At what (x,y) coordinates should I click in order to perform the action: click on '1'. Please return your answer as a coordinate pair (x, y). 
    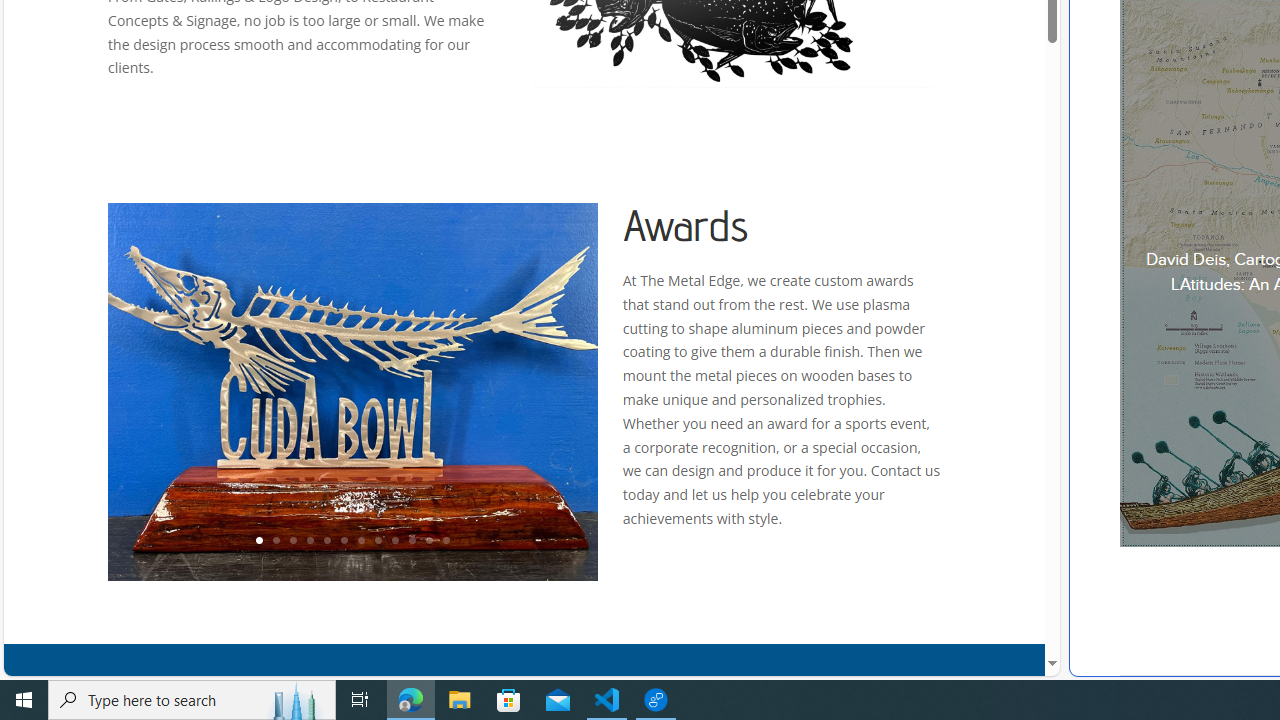
    Looking at the image, I should click on (257, 541).